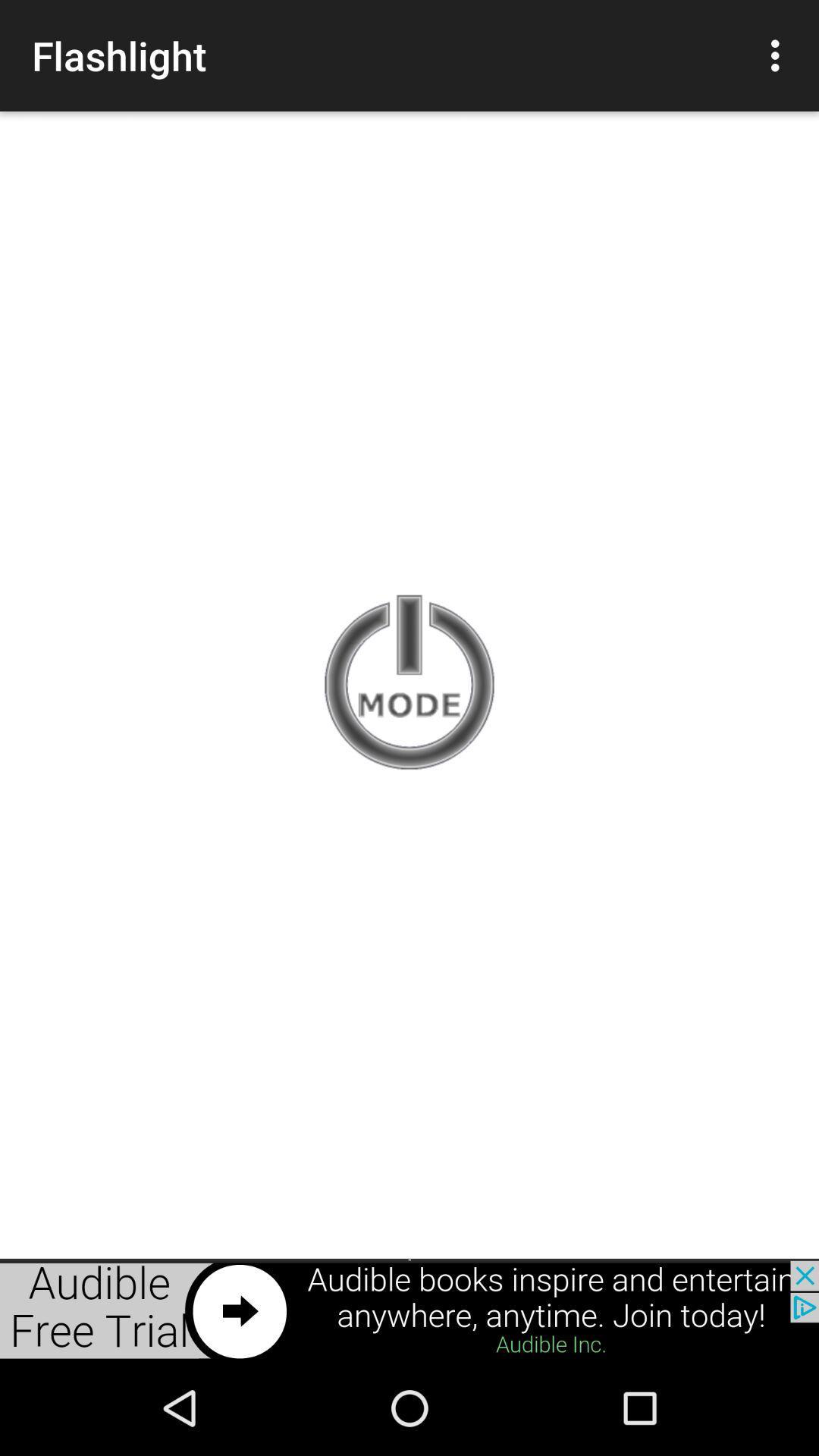 The image size is (819, 1456). Describe the element at coordinates (409, 1310) in the screenshot. I see `the option` at that location.